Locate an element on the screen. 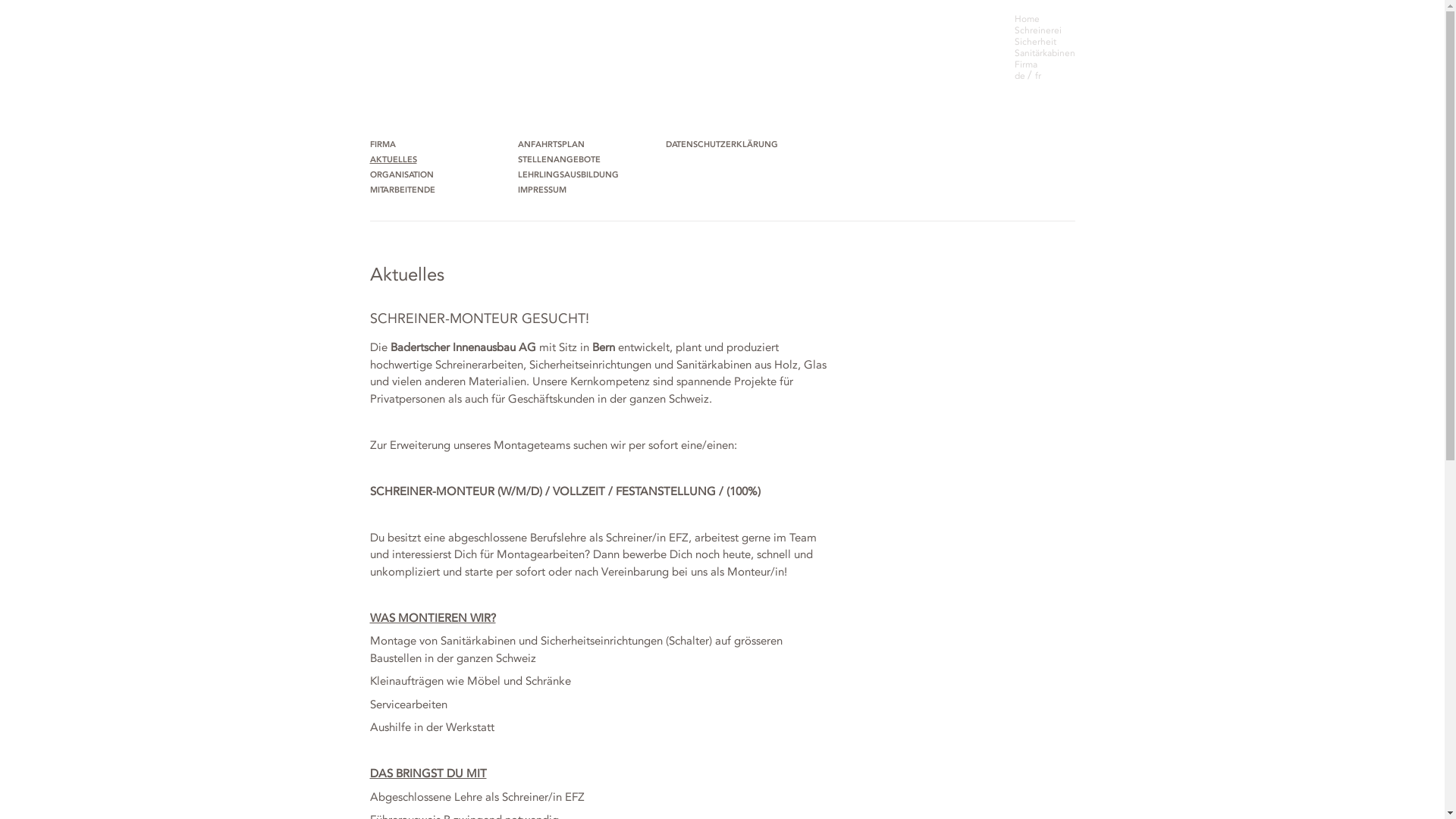 Image resolution: width=1456 pixels, height=819 pixels. 'IMPRESSUM' is located at coordinates (542, 190).